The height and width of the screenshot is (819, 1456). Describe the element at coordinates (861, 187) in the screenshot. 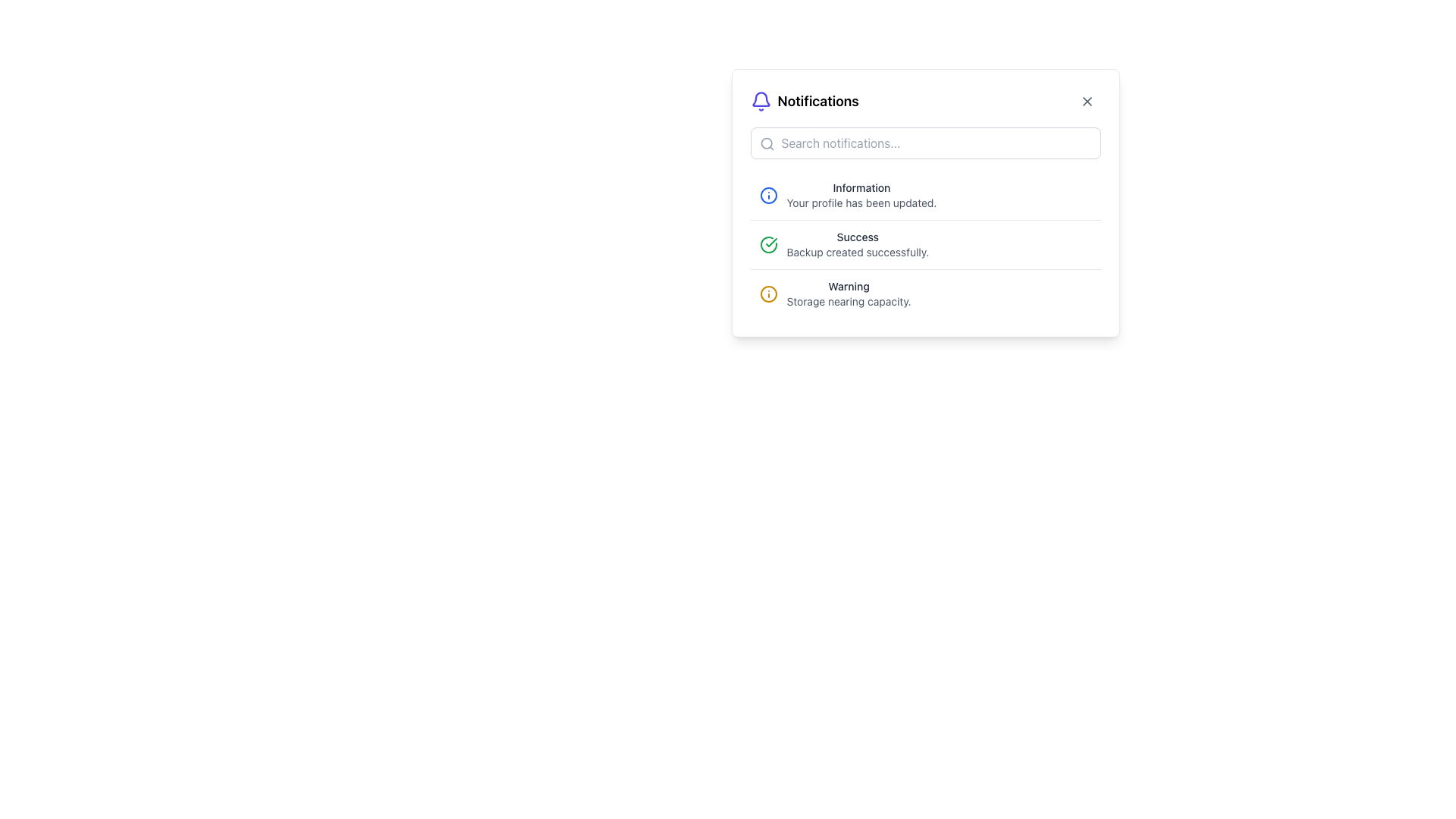

I see `the static text label that serves as the title for the informational notification, located at the upper section of the notification interface` at that location.